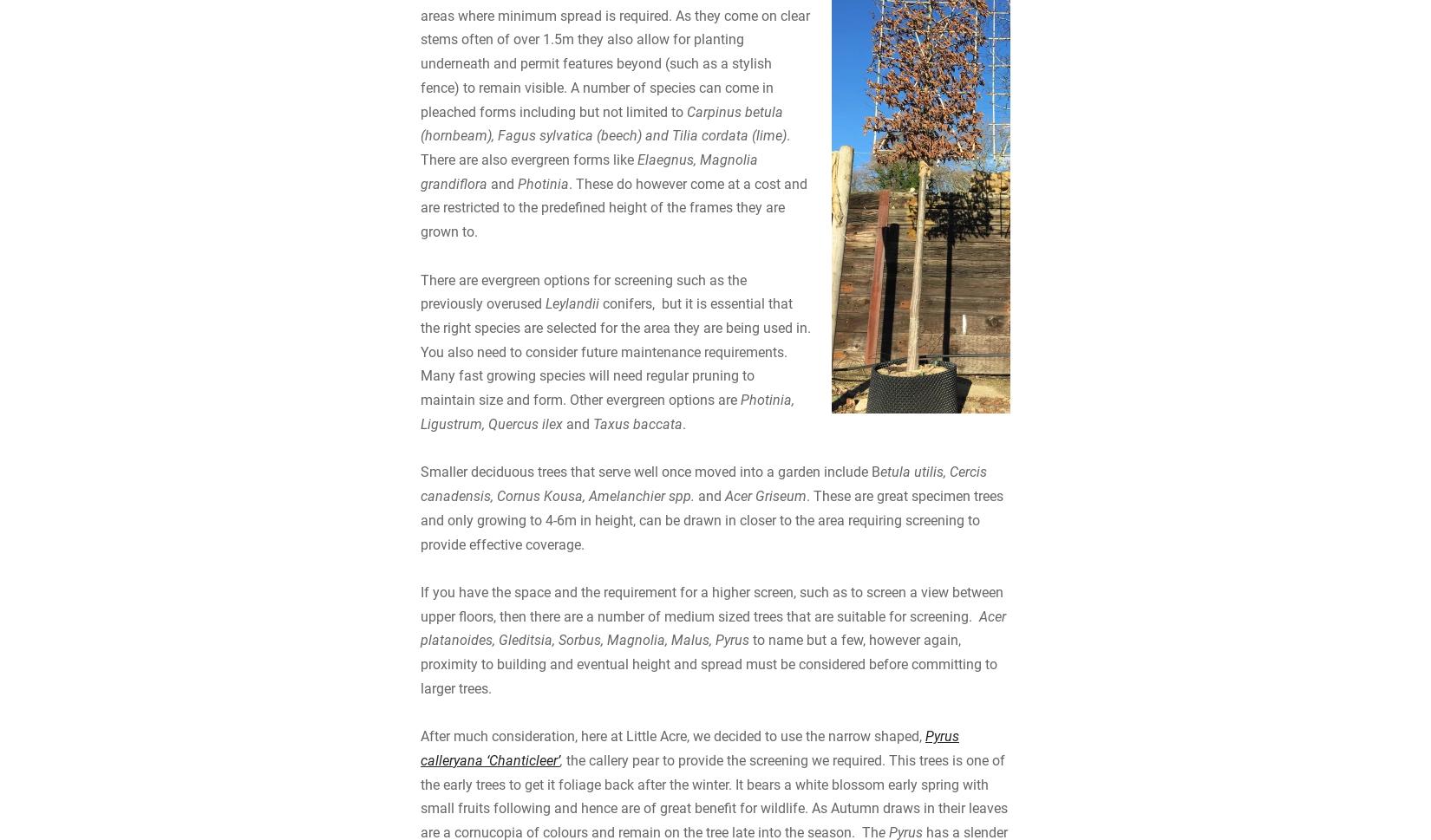 The height and width of the screenshot is (840, 1431). What do you see at coordinates (604, 289) in the screenshot?
I see `'. There are also evergreen forms like'` at bounding box center [604, 289].